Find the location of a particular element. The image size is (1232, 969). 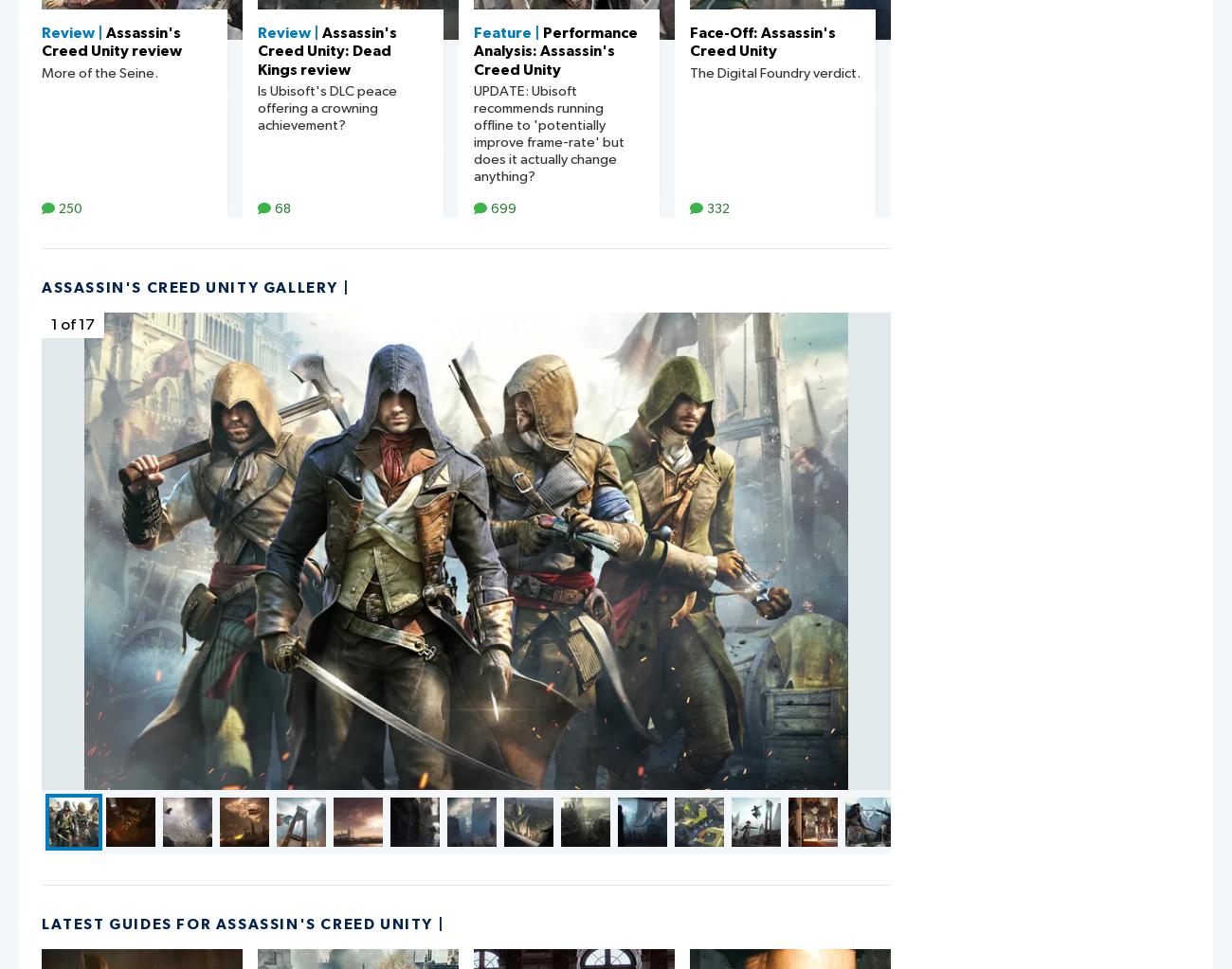

'332' is located at coordinates (706, 207).